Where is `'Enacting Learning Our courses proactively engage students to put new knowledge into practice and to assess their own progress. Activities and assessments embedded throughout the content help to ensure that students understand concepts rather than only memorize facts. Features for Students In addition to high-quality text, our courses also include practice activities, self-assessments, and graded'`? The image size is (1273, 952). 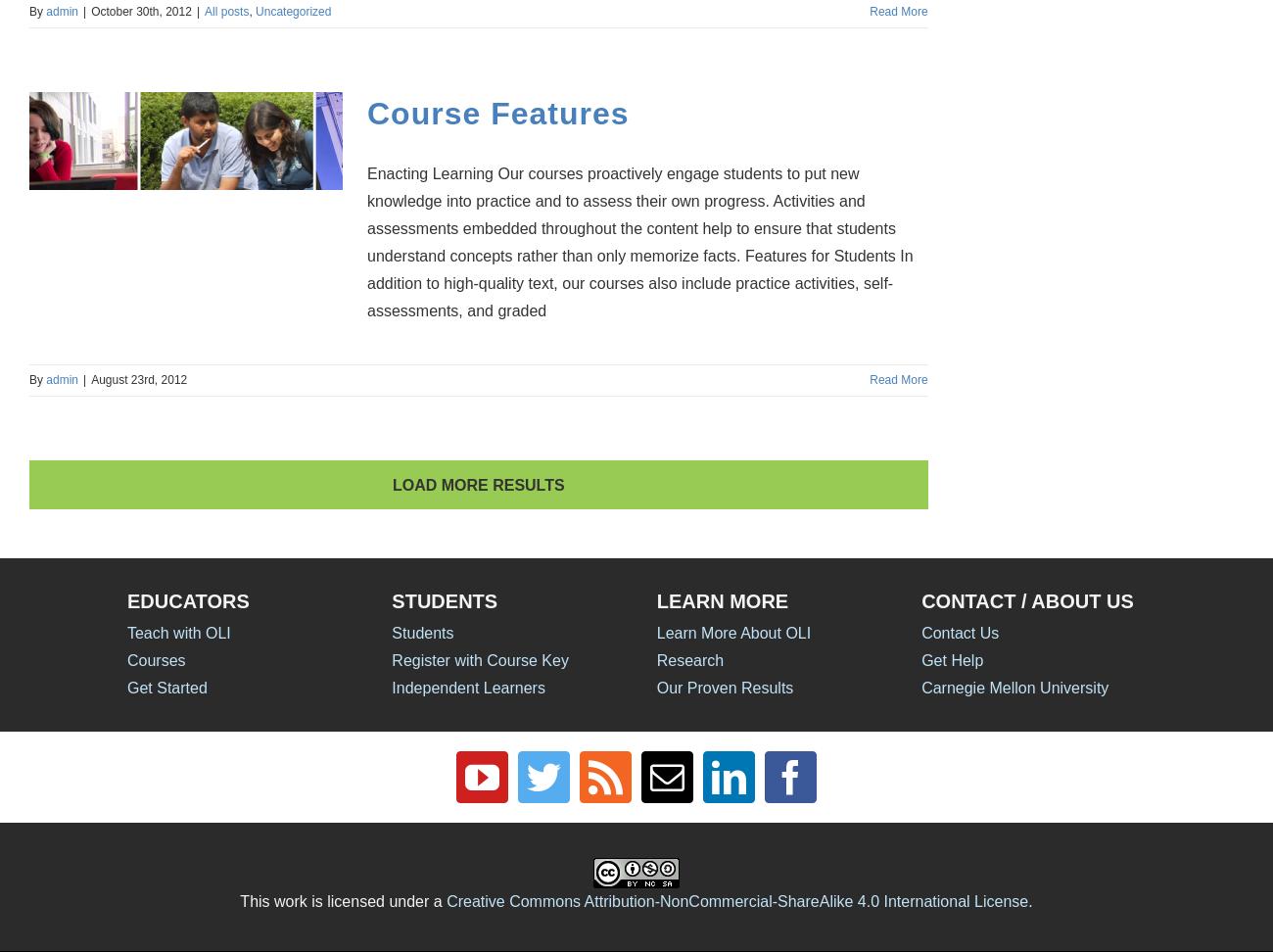
'Enacting Learning Our courses proactively engage students to put new knowledge into practice and to assess their own progress. Activities and assessments embedded throughout the content help to ensure that students understand concepts rather than only memorize facts. Features for Students In addition to high-quality text, our courses also include practice activities, self-assessments, and graded' is located at coordinates (638, 241).